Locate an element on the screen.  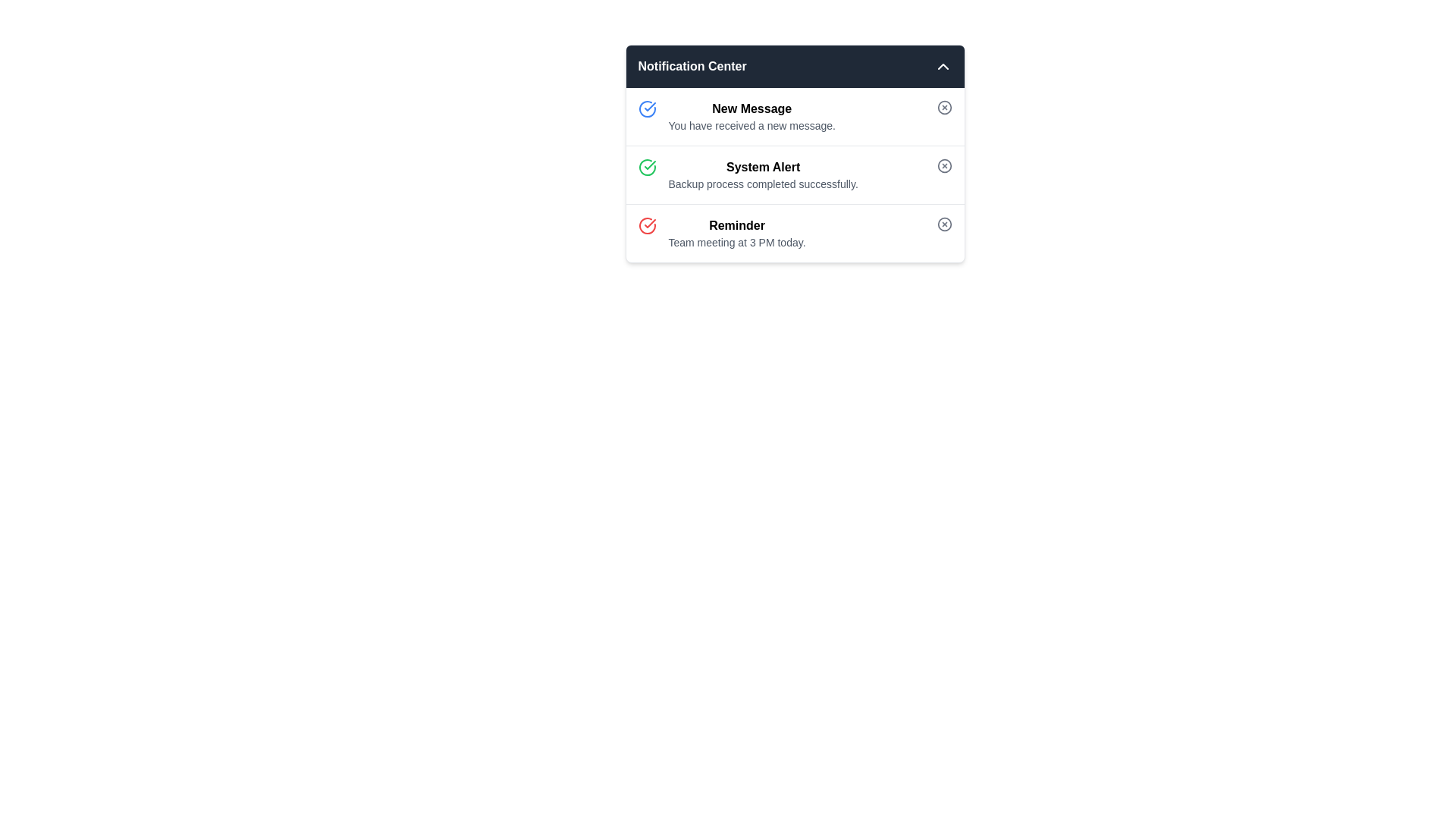
the central circular shape in the 'Reminder' notification row located in the lower-right corner of the display is located at coordinates (943, 224).